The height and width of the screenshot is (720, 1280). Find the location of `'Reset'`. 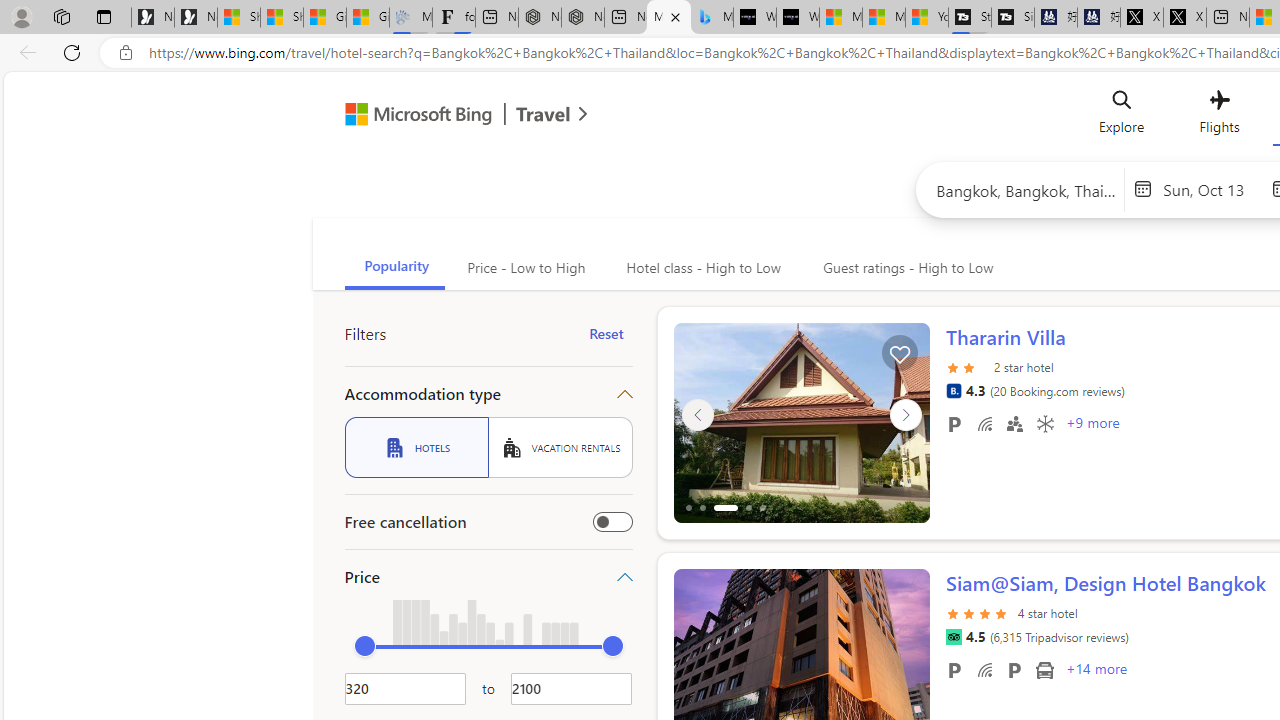

'Reset' is located at coordinates (605, 333).